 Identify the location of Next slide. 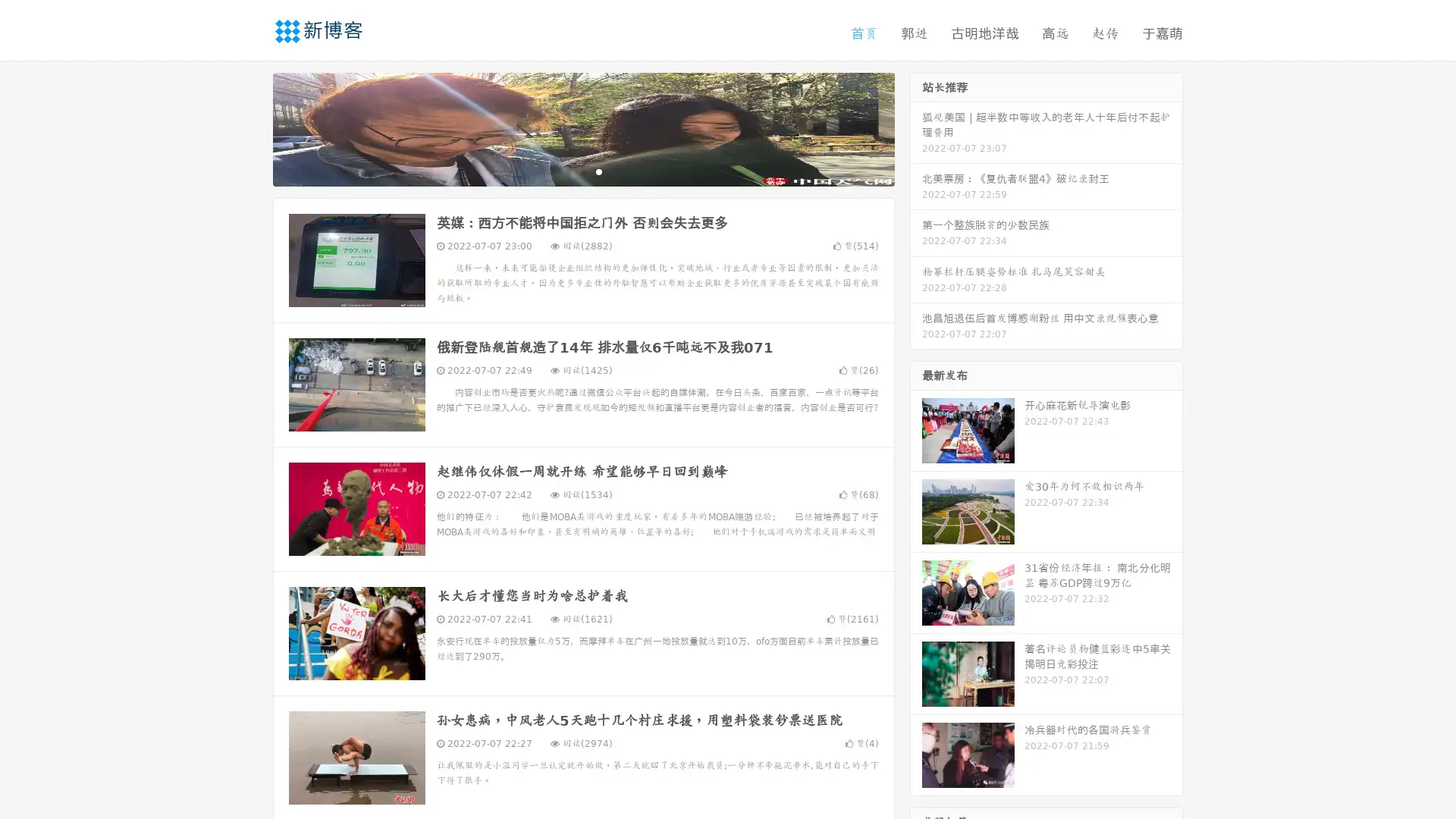
(916, 127).